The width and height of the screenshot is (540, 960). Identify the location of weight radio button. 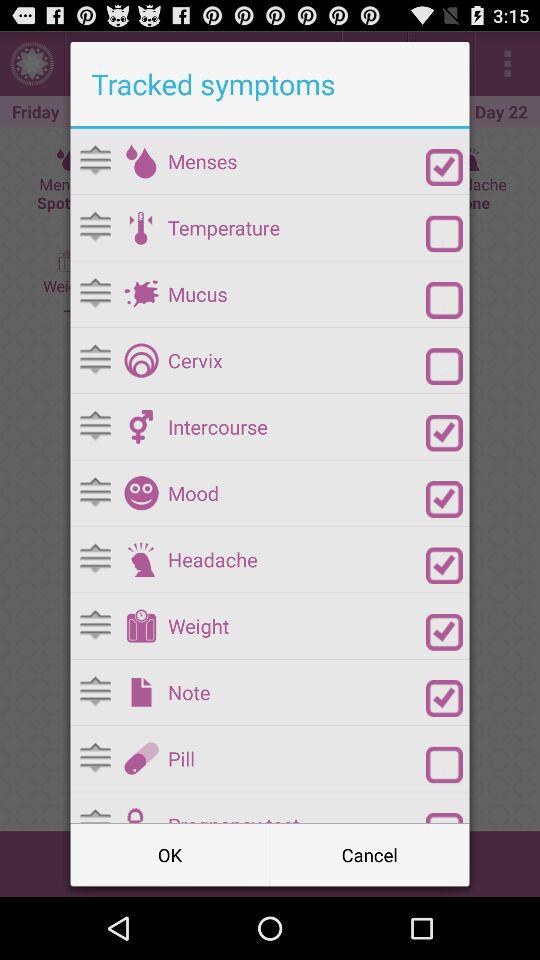
(444, 631).